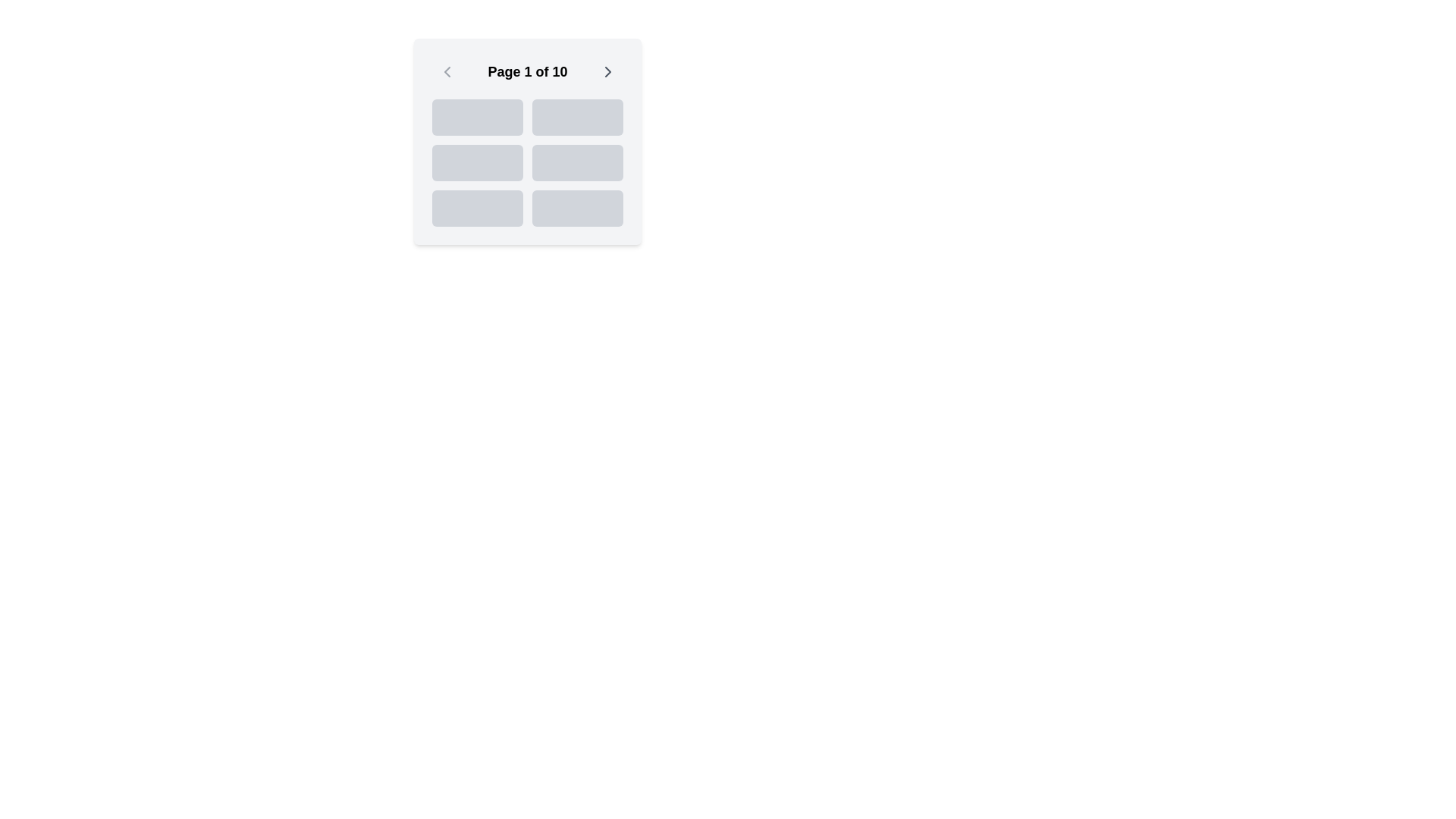 This screenshot has height=819, width=1456. What do you see at coordinates (447, 72) in the screenshot?
I see `the leftward-pointing chevron icon, which is a minimalistic arrow located at the top-left corner of the interface` at bounding box center [447, 72].